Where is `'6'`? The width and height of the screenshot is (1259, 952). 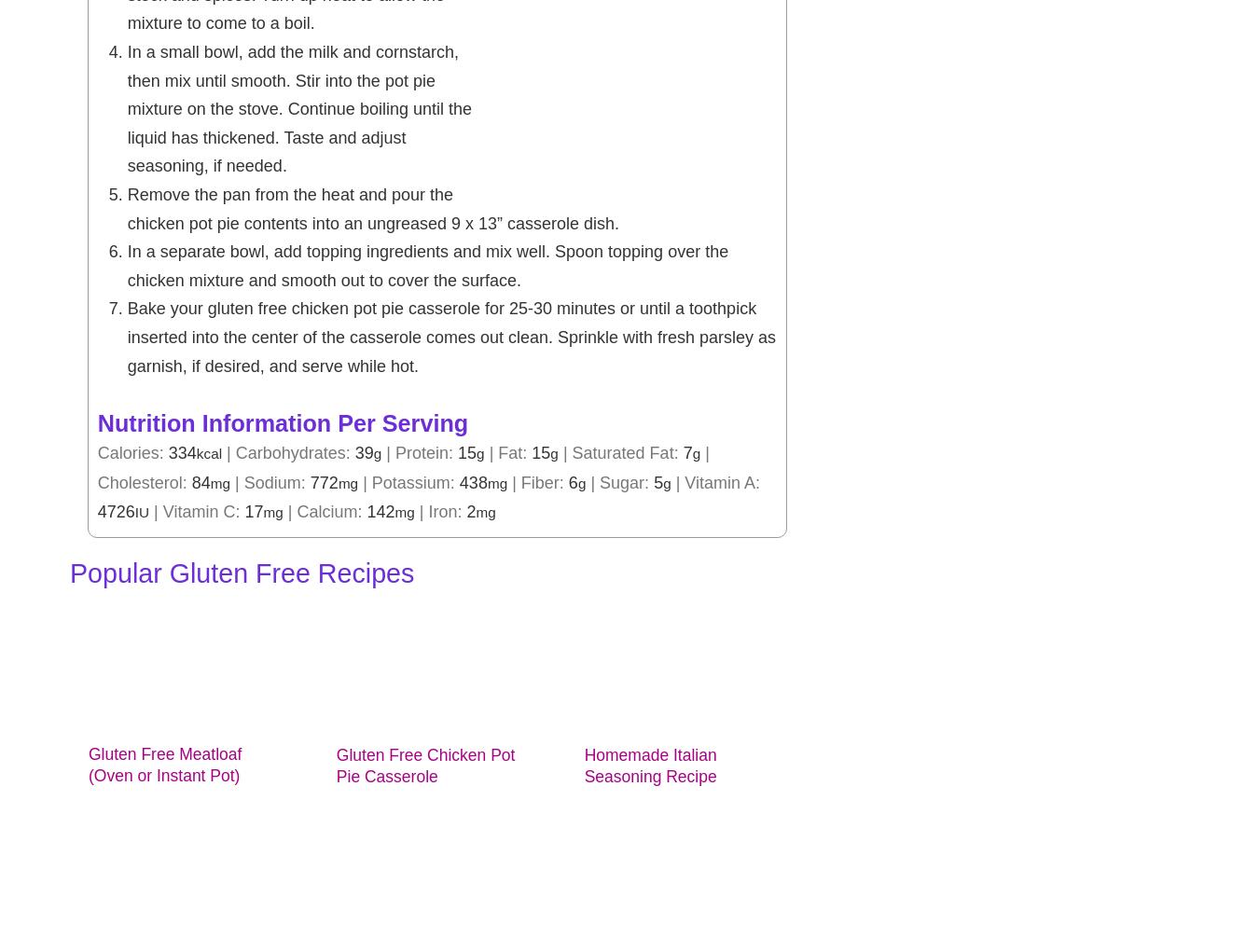
'6' is located at coordinates (572, 482).